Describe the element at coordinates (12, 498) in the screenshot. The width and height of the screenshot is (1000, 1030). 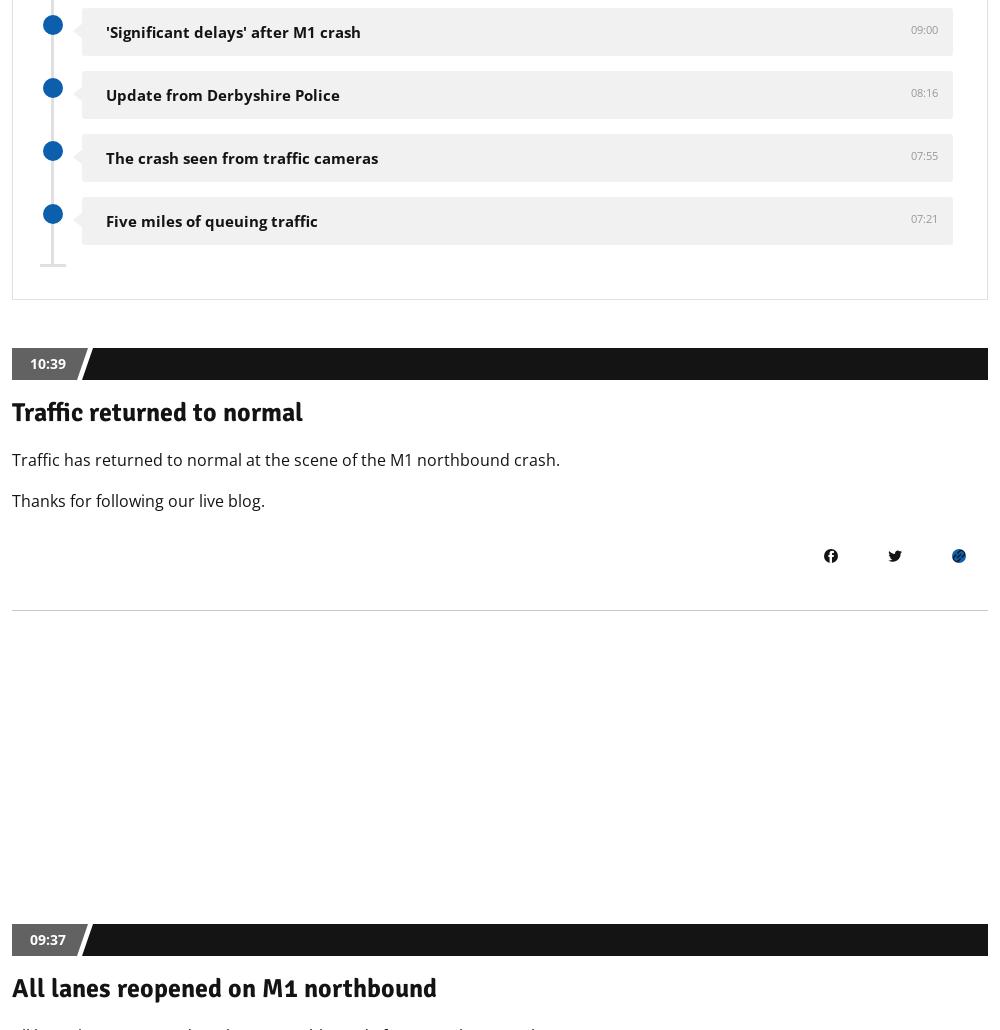
I see `'Thanks for following our live blog.'` at that location.